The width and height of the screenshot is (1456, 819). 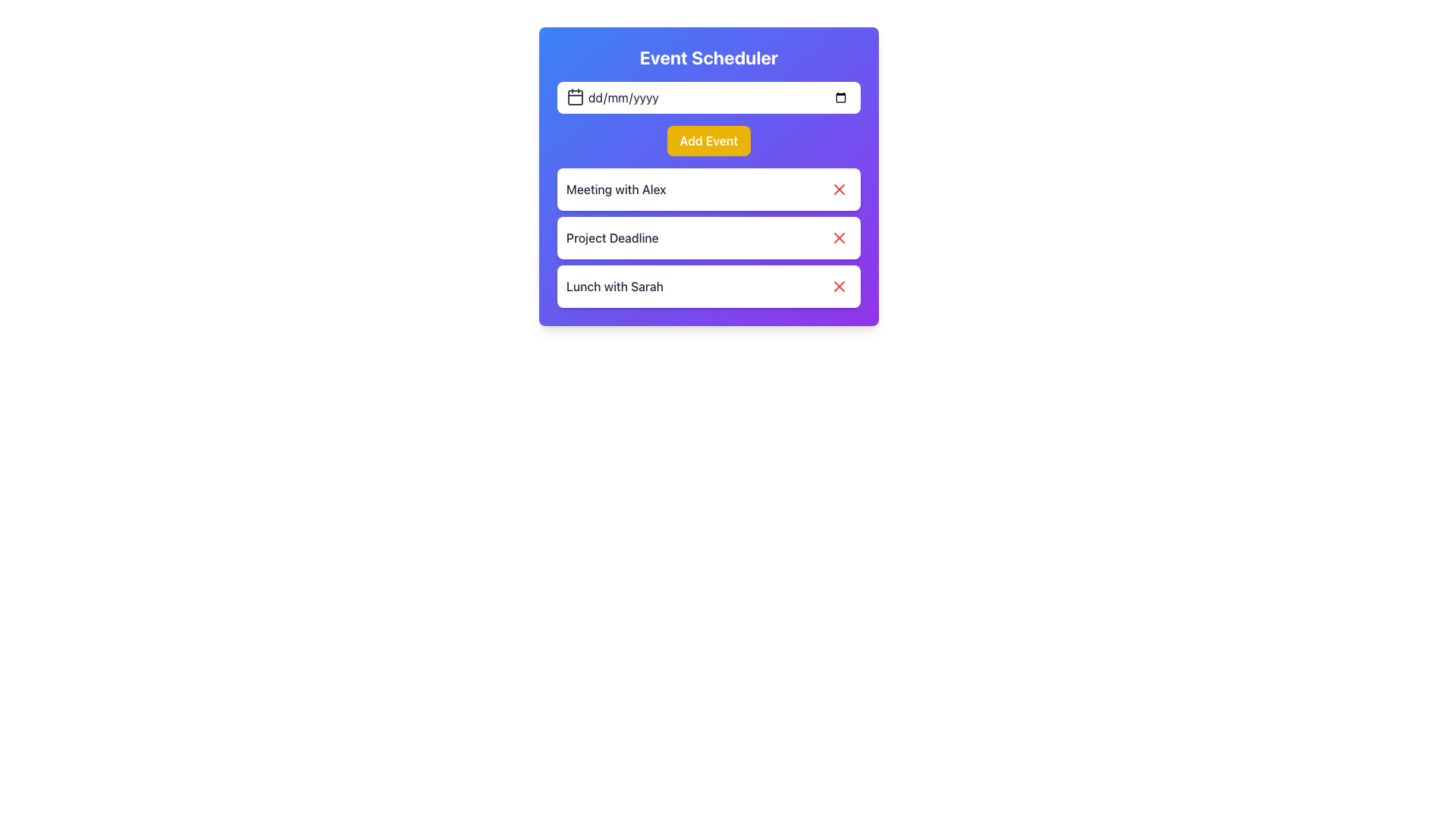 What do you see at coordinates (839, 189) in the screenshot?
I see `the cross icon button` at bounding box center [839, 189].